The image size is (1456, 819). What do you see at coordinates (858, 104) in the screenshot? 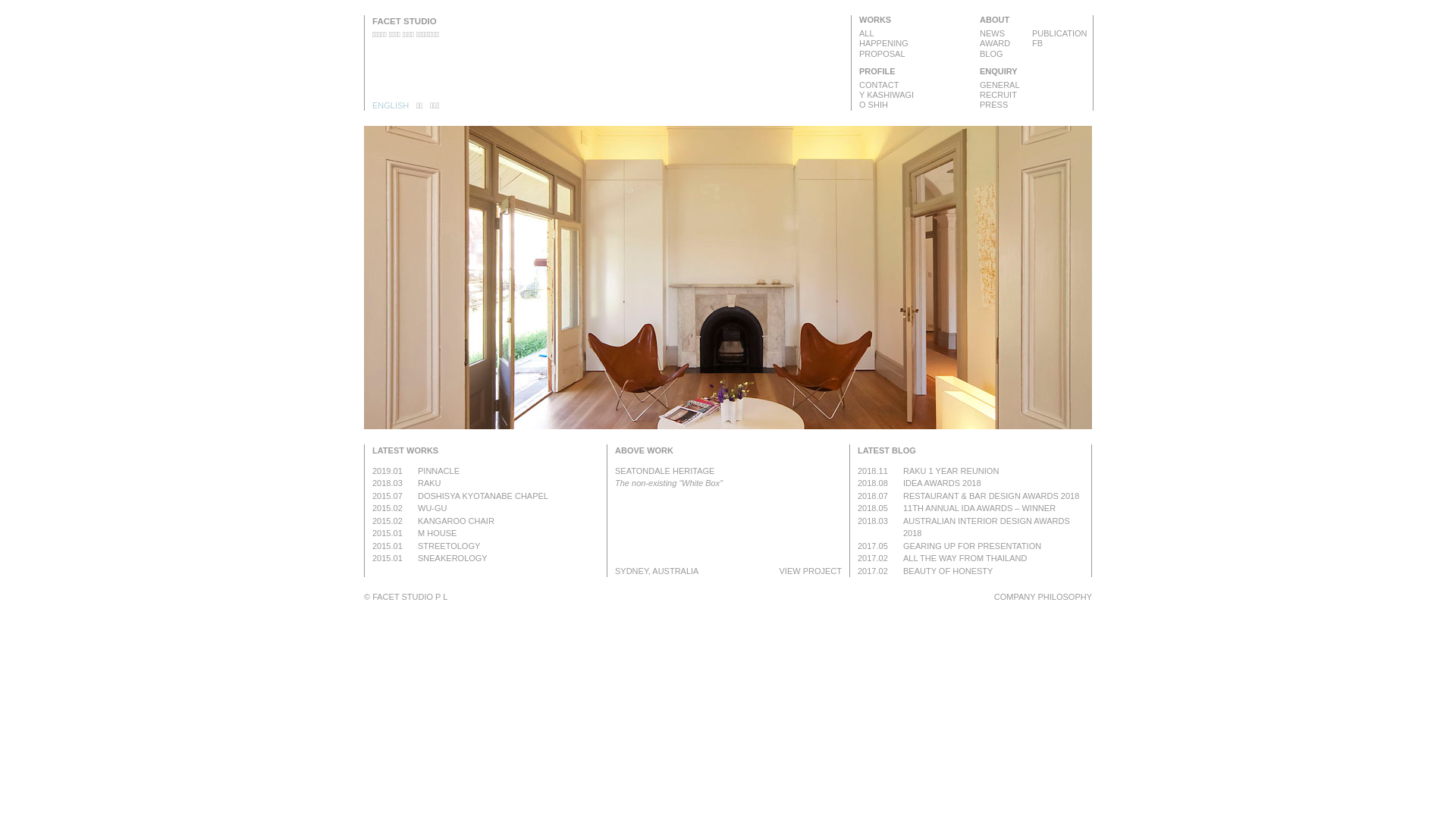
I see `'O SHIH'` at bounding box center [858, 104].